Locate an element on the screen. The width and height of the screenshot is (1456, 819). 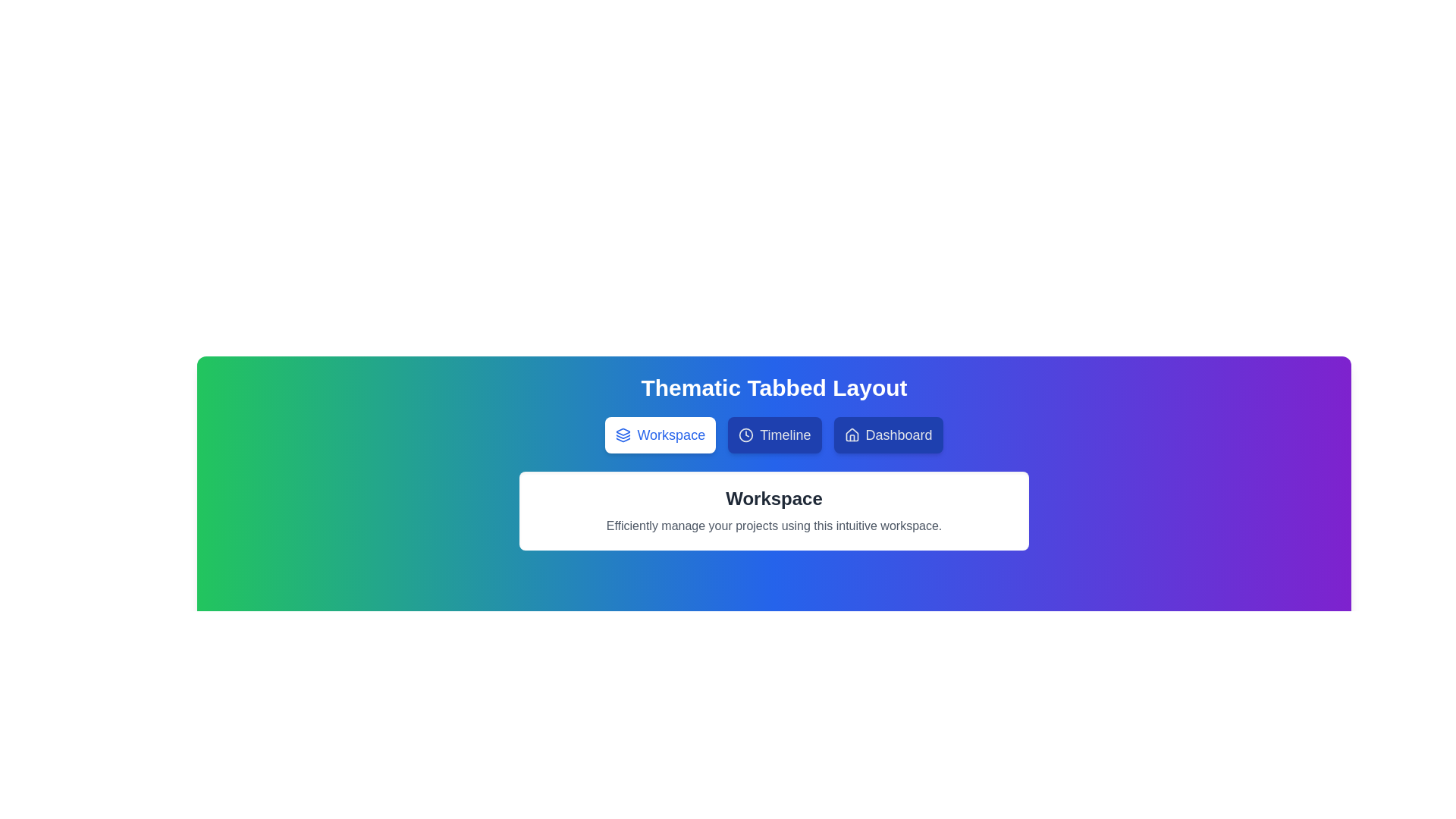
the decorative 'Workspace' icon located on the left side of the first button in the top navigation area is located at coordinates (623, 435).